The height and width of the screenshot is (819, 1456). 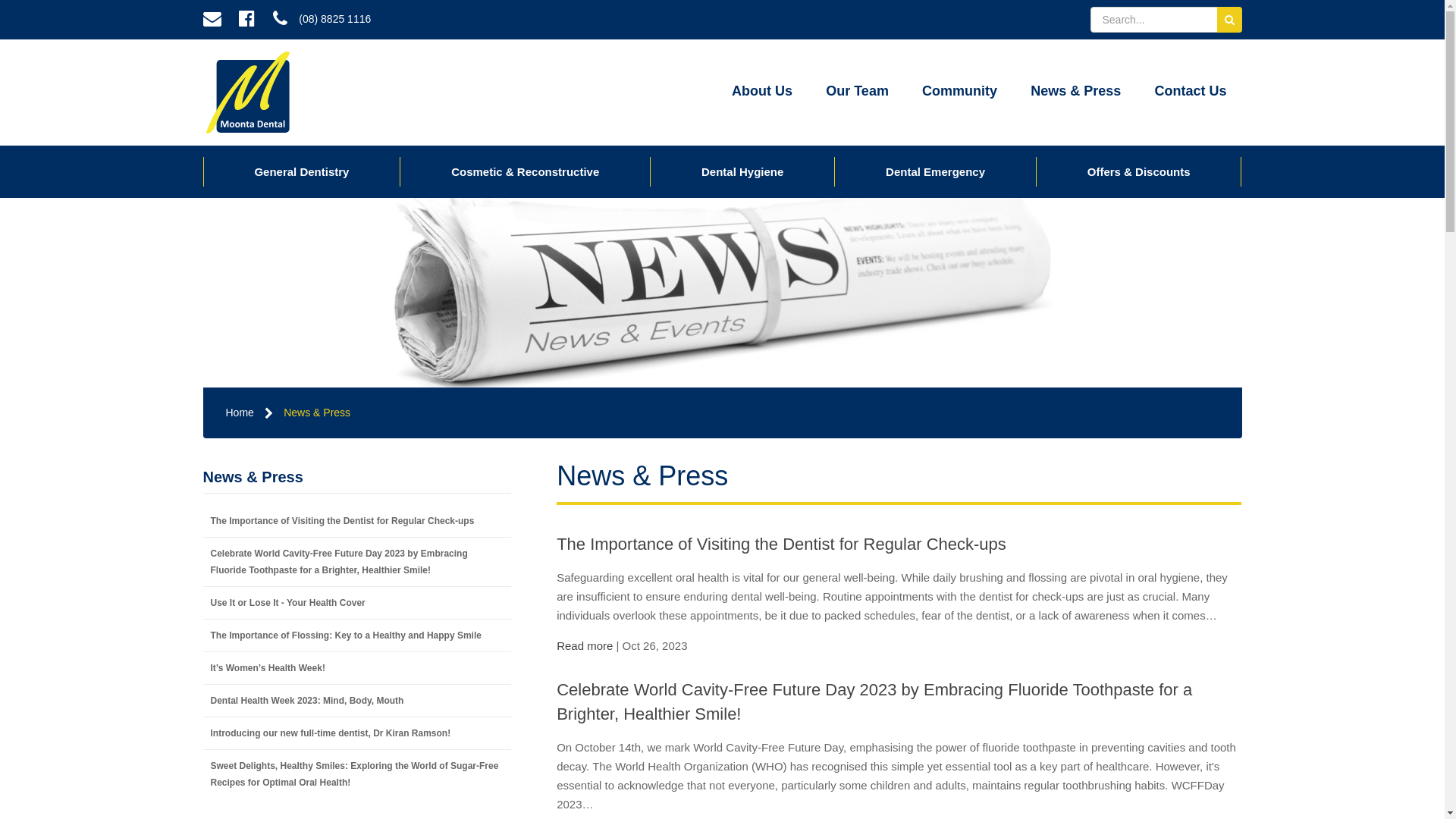 I want to click on 'General Dentistry', so click(x=301, y=171).